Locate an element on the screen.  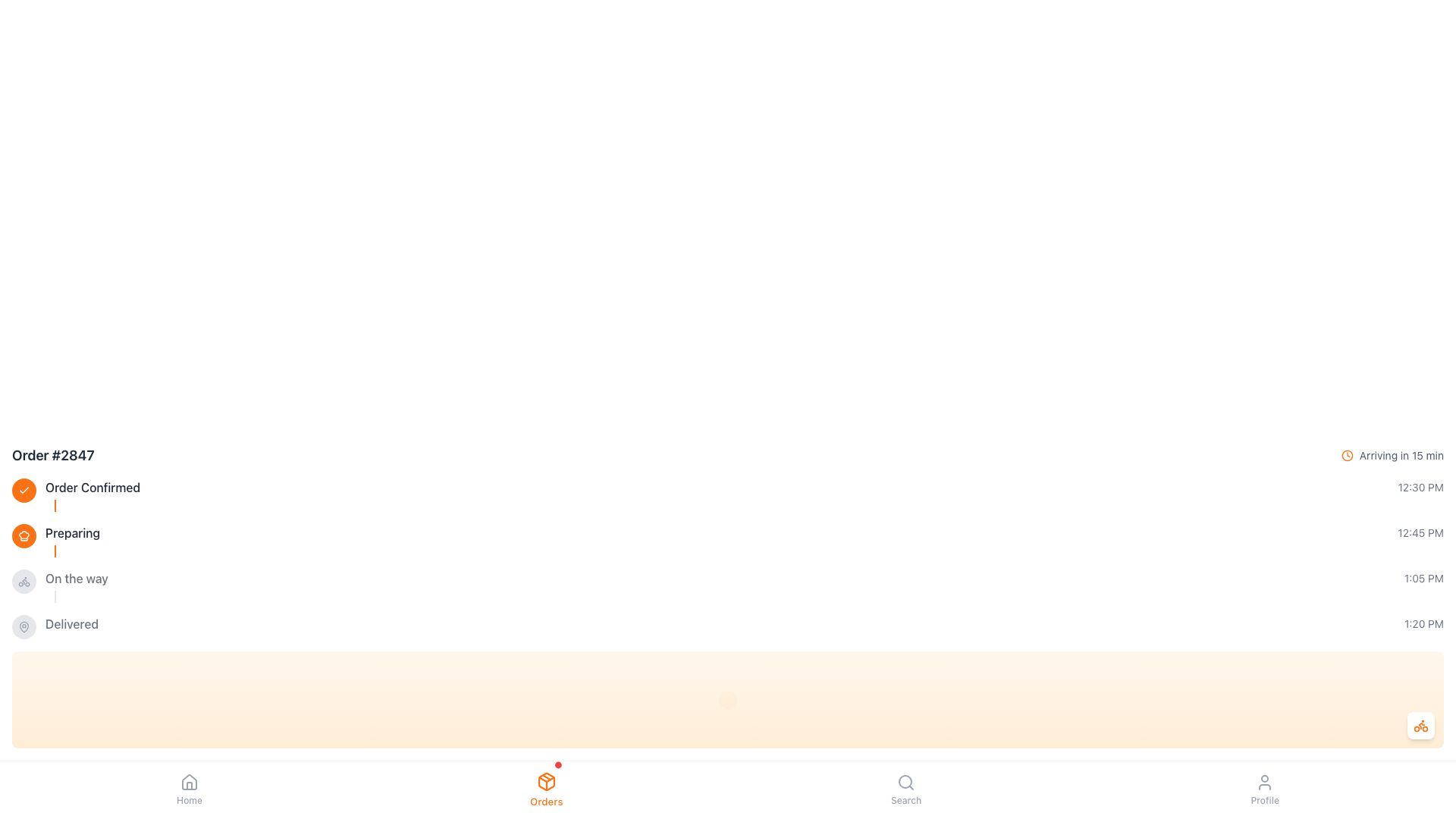
the text element displaying '12:30 PM', which is styled with a small, gray font and located in the upper-right area of the user interface, adjacent to 'Order Confirmed' is located at coordinates (1420, 488).